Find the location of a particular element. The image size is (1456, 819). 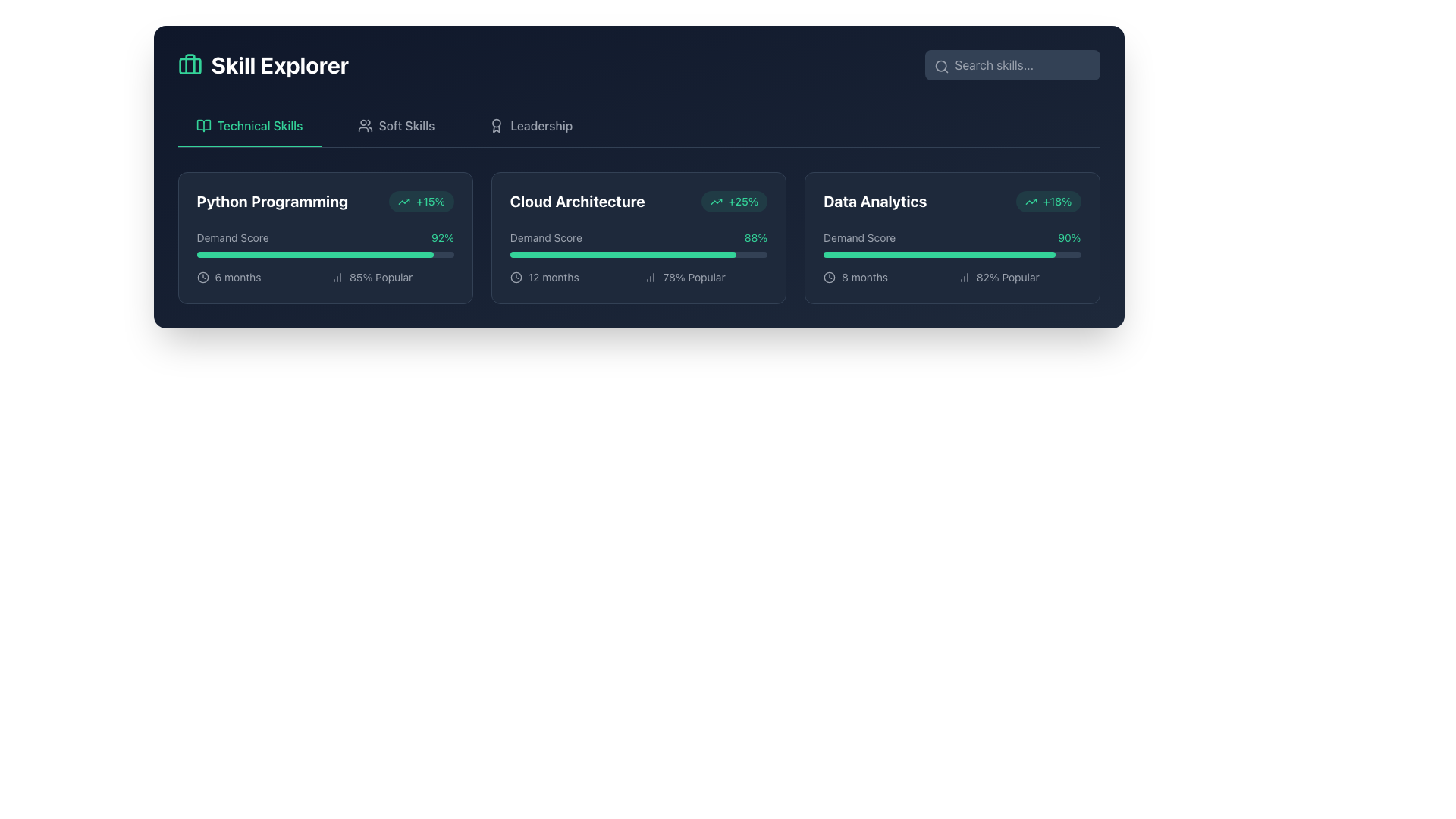

the 'Soft Skills' text label located in the horizontal navigation bar is located at coordinates (406, 124).